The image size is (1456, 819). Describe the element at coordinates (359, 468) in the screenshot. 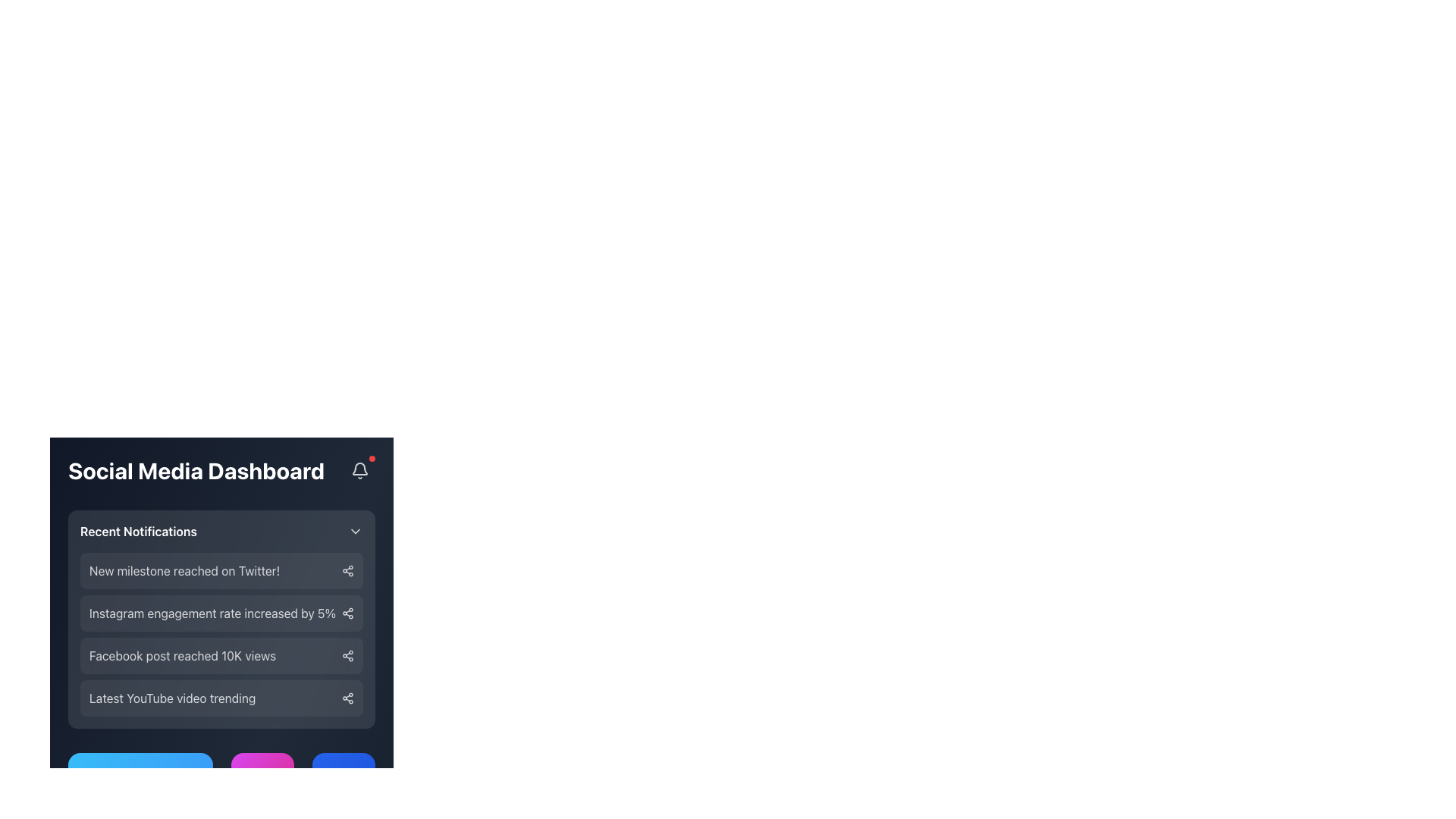

I see `the bell-shaped outline icon located at the top-right corner of the interface, which is associated with notifications` at that location.